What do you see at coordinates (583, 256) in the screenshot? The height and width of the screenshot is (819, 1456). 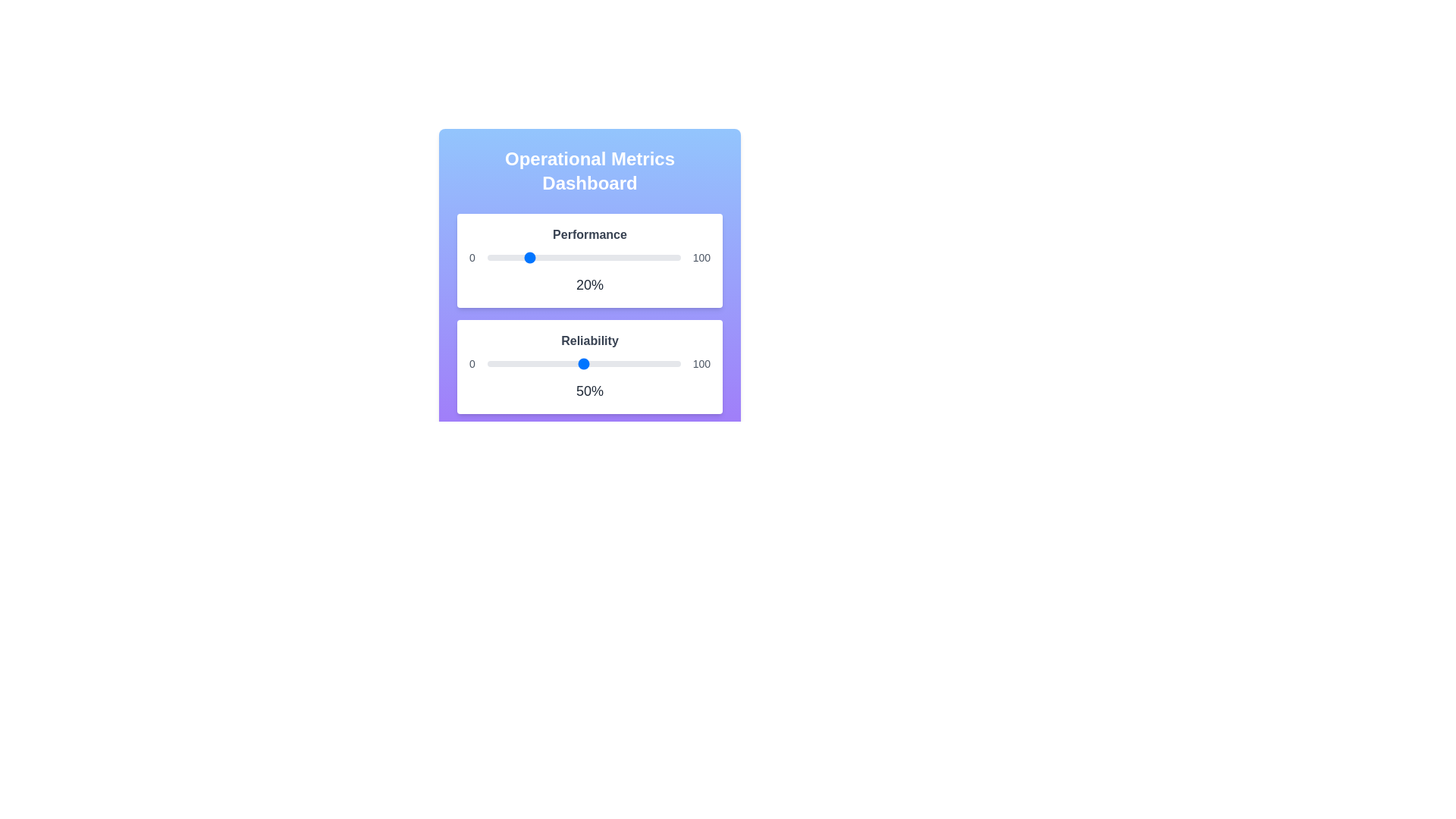 I see `the 'Performance' range slider, currently set at 20` at bounding box center [583, 256].